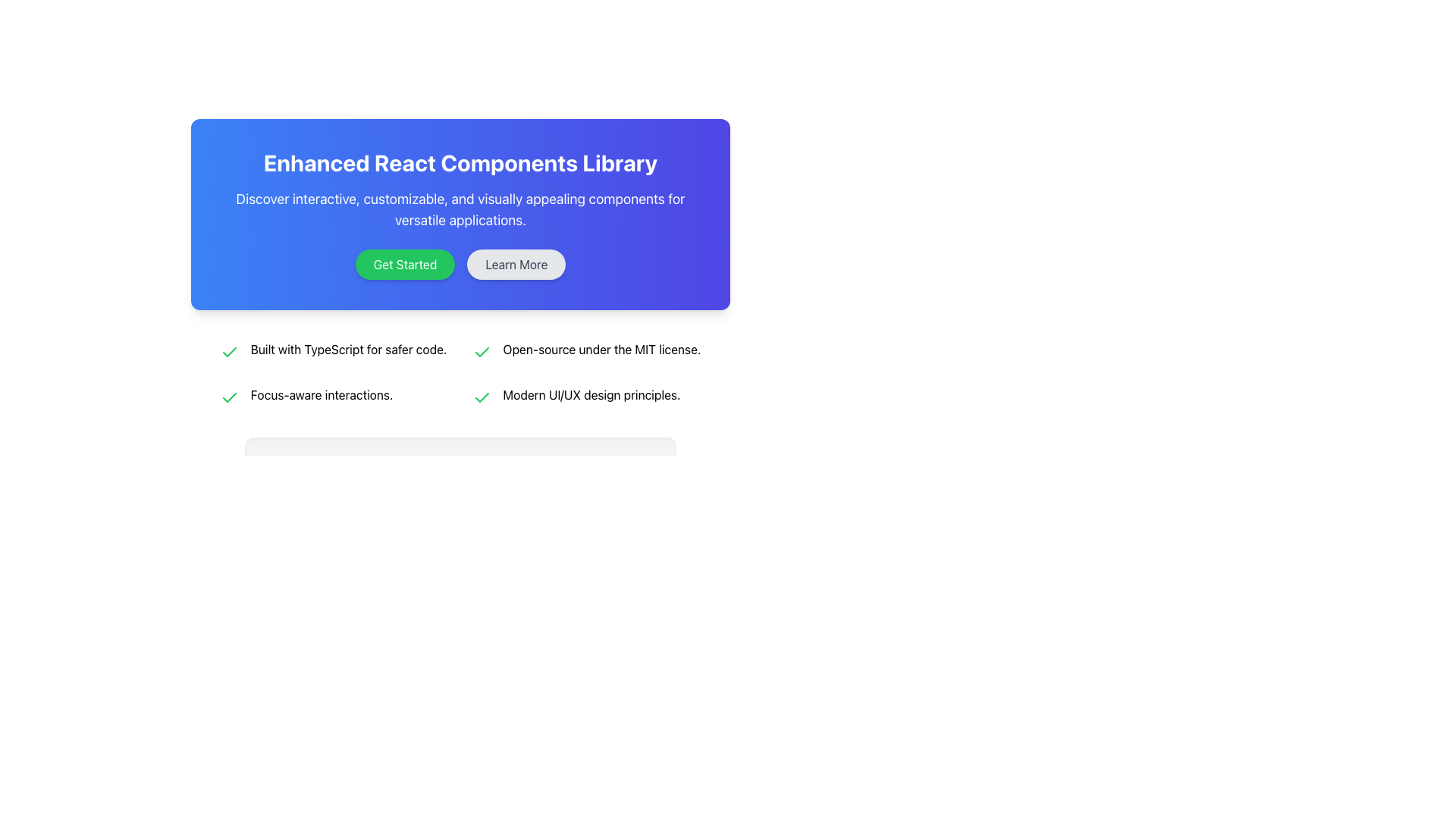  I want to click on the affirmative icon located to the left of the text 'Built with TypeScript for safer code.' in the upper-left part of the features section, so click(228, 353).